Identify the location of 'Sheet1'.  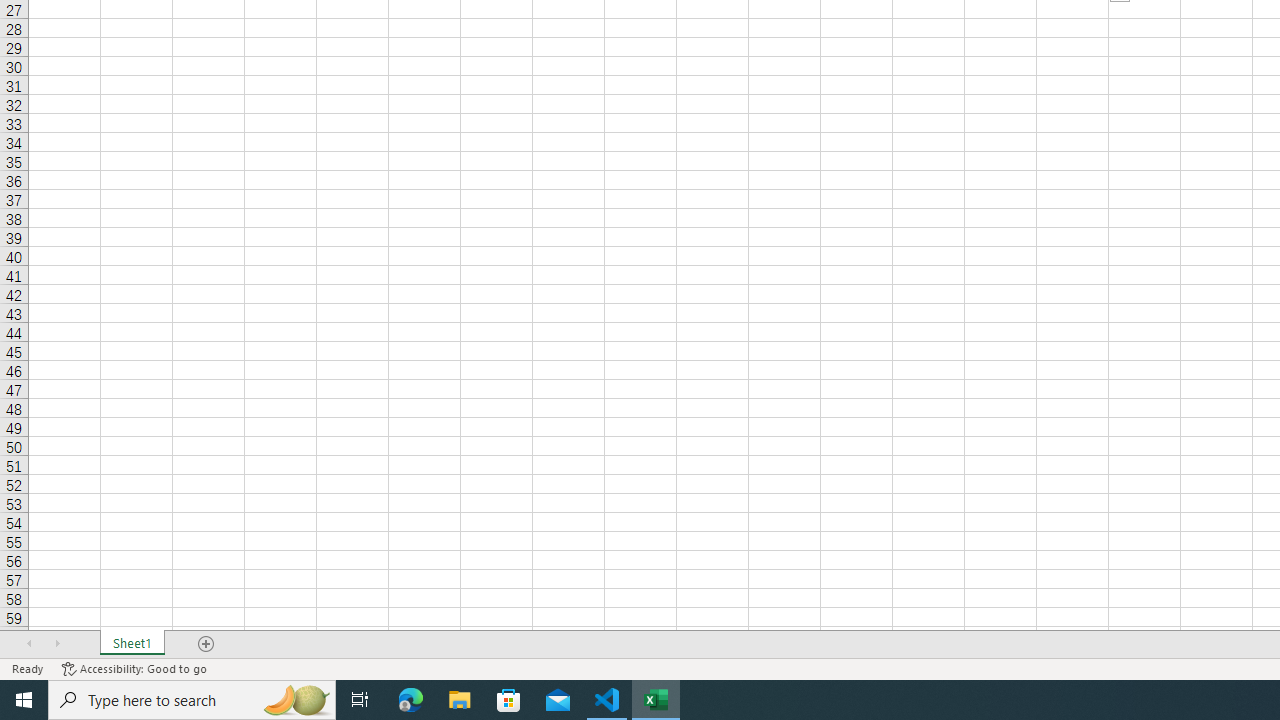
(131, 644).